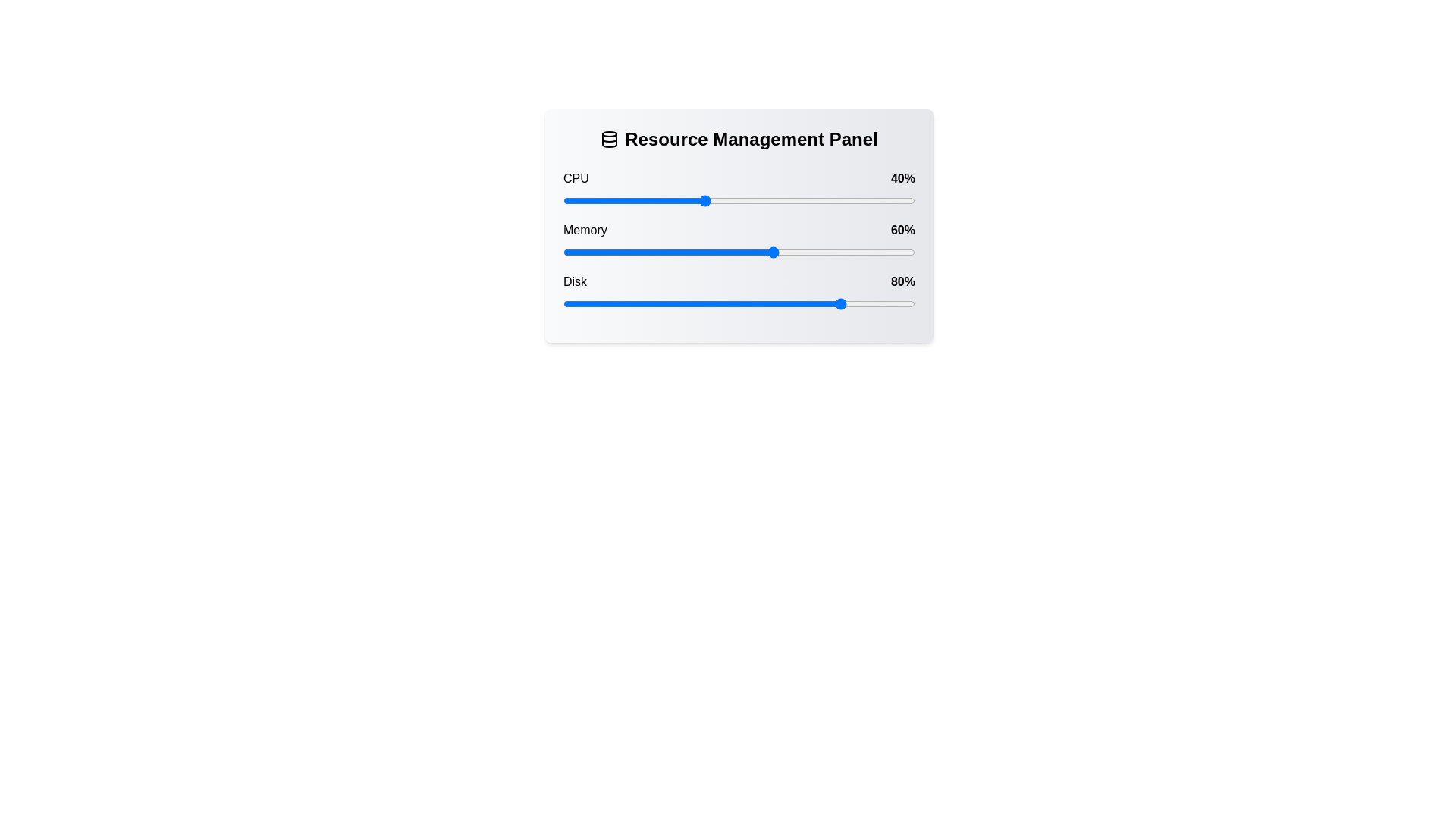  I want to click on the Disk slider to set its value to 18%, so click(626, 304).